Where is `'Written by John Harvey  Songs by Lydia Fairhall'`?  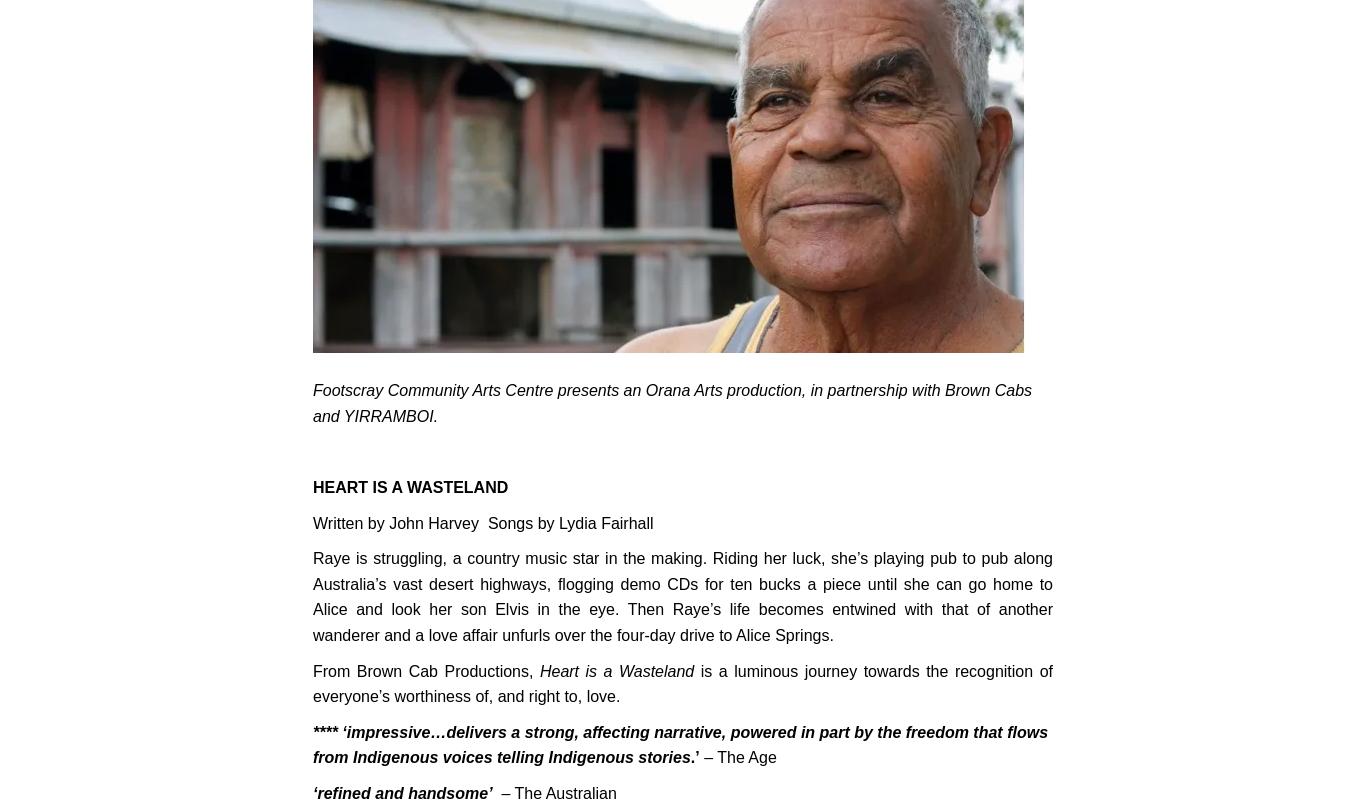
'Written by John Harvey  Songs by Lydia Fairhall' is located at coordinates (483, 522).